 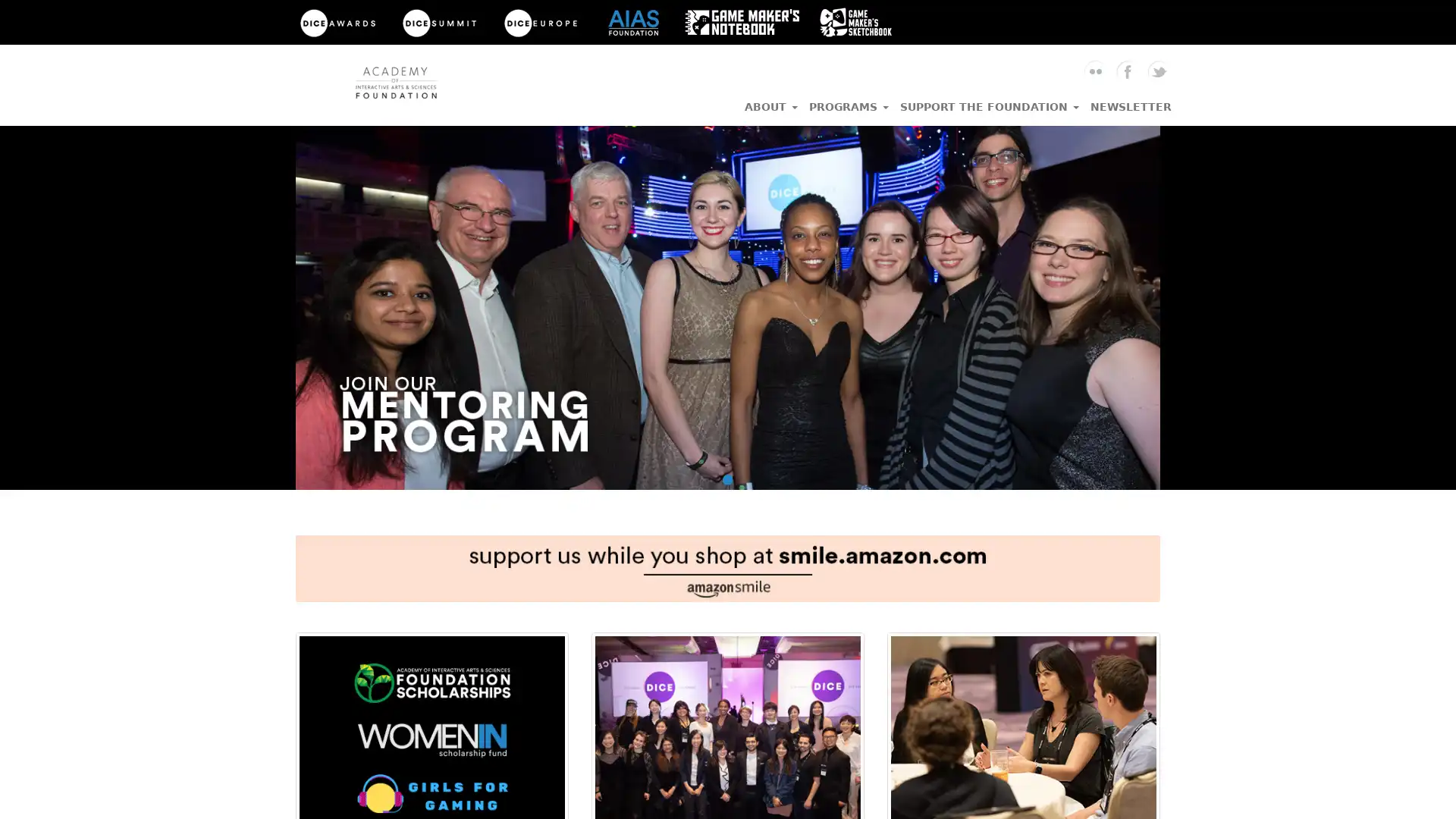 I want to click on PROGRAMS, so click(x=848, y=106).